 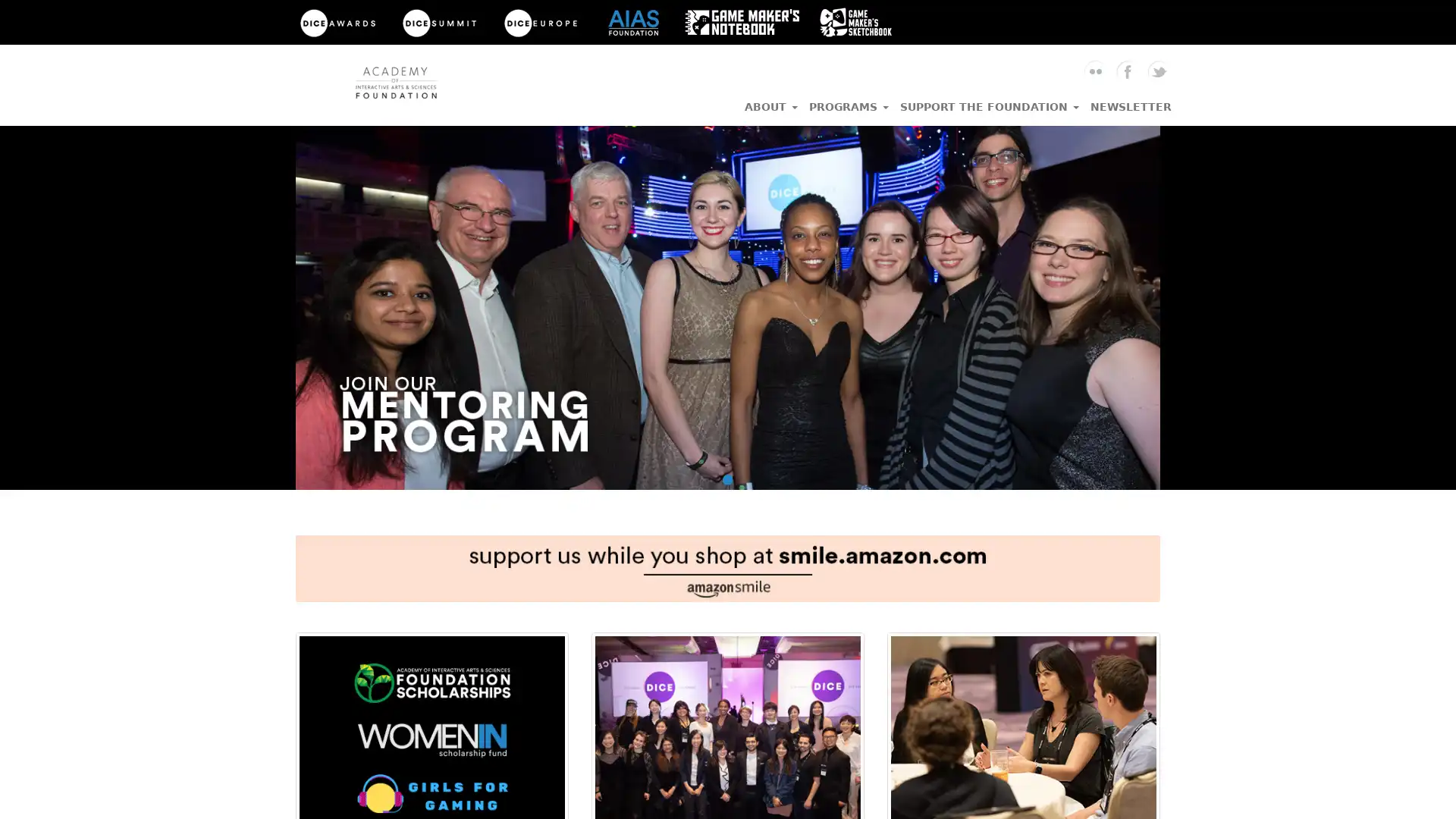 I want to click on PROGRAMS, so click(x=848, y=106).